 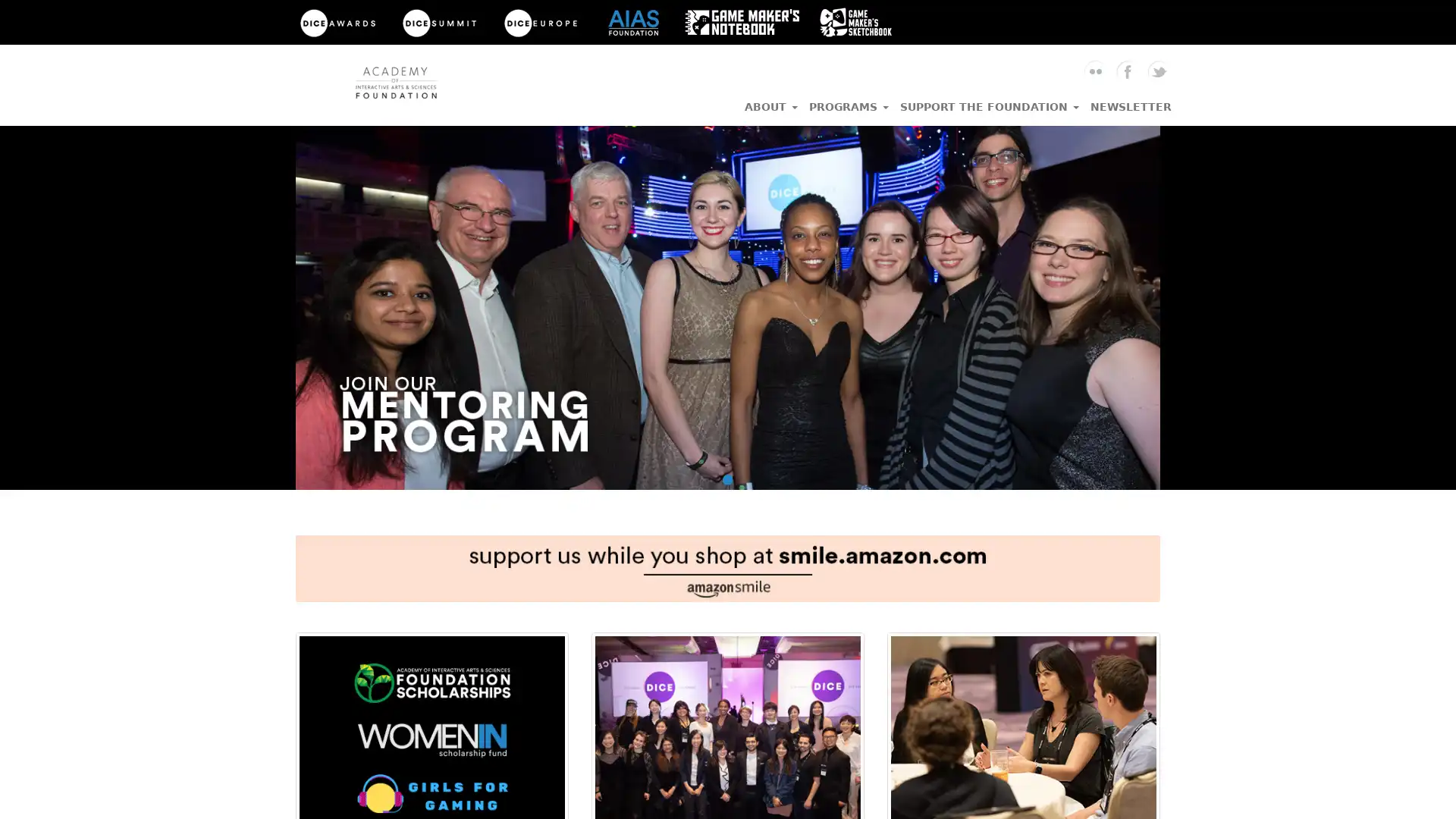 I want to click on PROGRAMS, so click(x=848, y=106).